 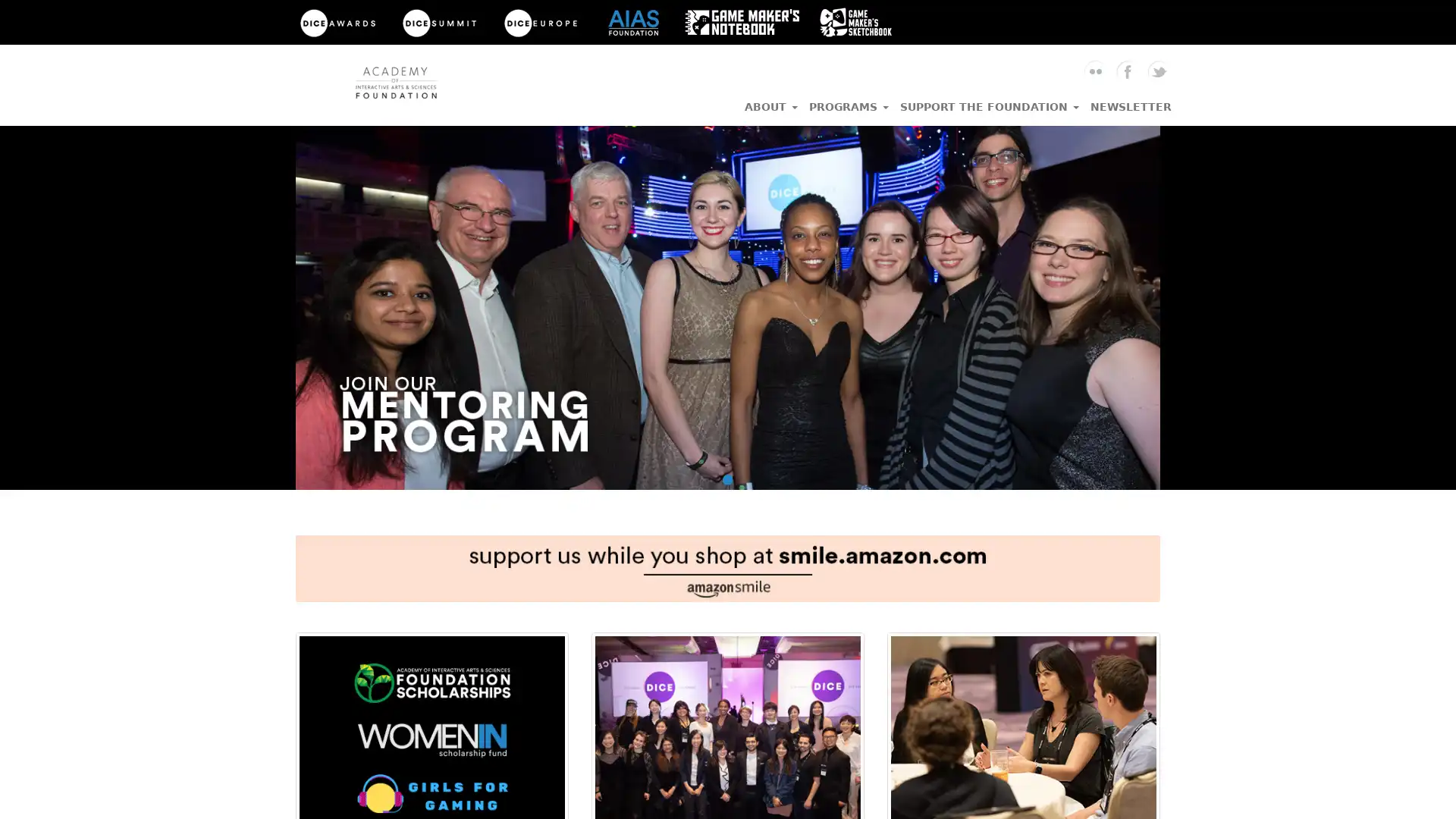 I want to click on PROGRAMS, so click(x=848, y=106).